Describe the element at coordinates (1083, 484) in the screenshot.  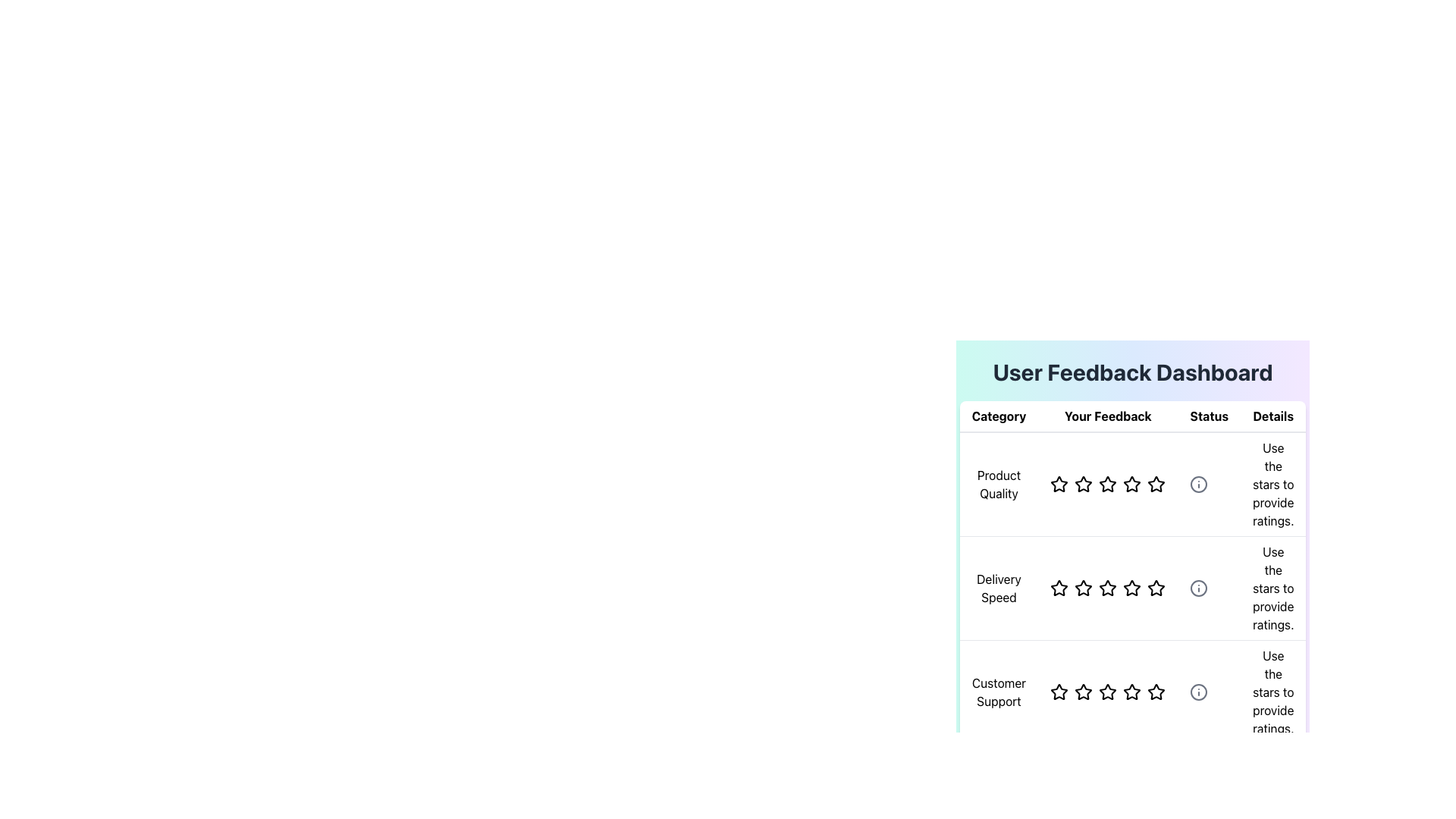
I see `the second star icon in the 'Product Quality' row of the 'Your Feedback' column to rate it` at that location.